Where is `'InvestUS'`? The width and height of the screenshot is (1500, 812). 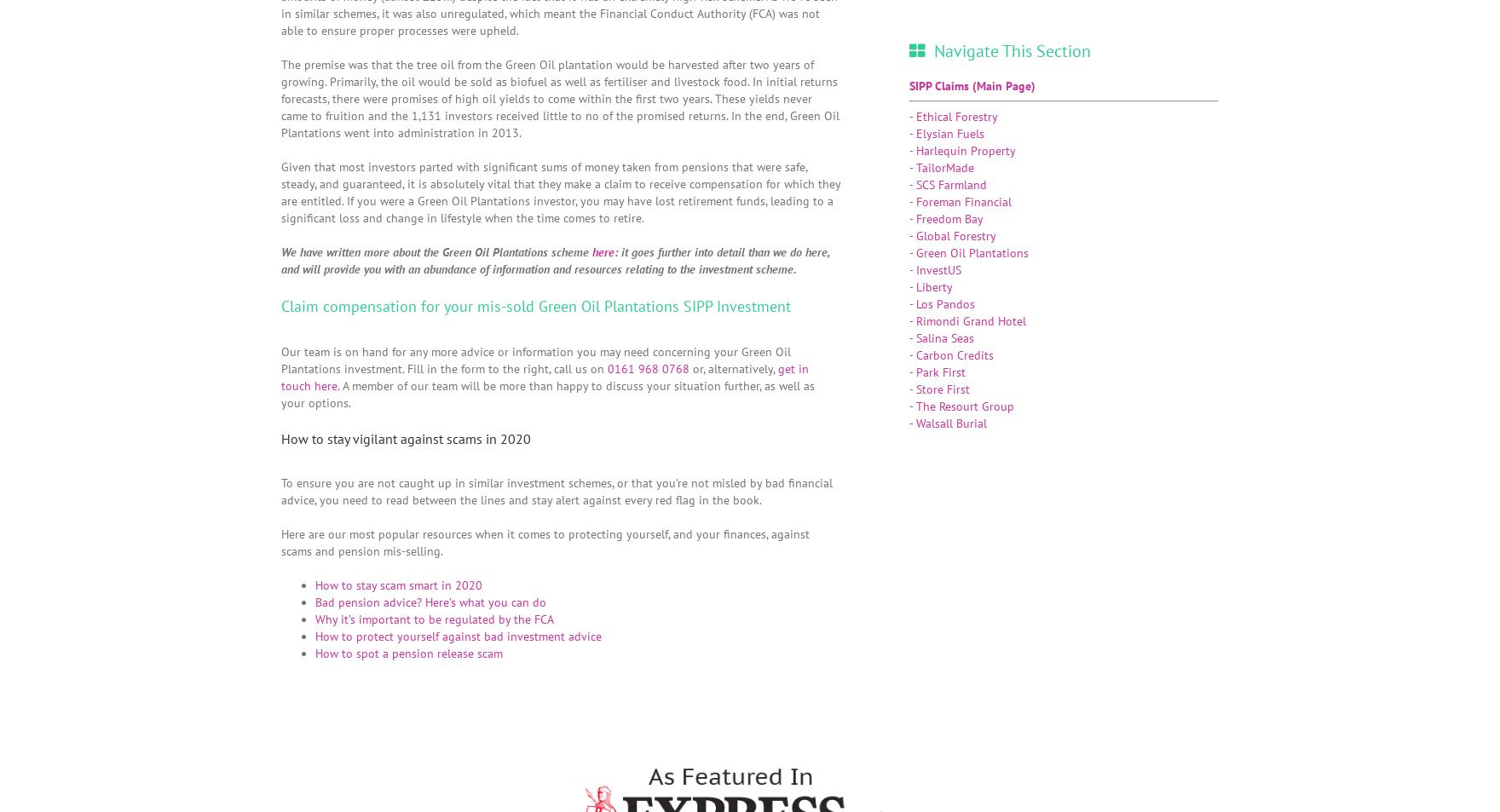
'InvestUS' is located at coordinates (937, 268).